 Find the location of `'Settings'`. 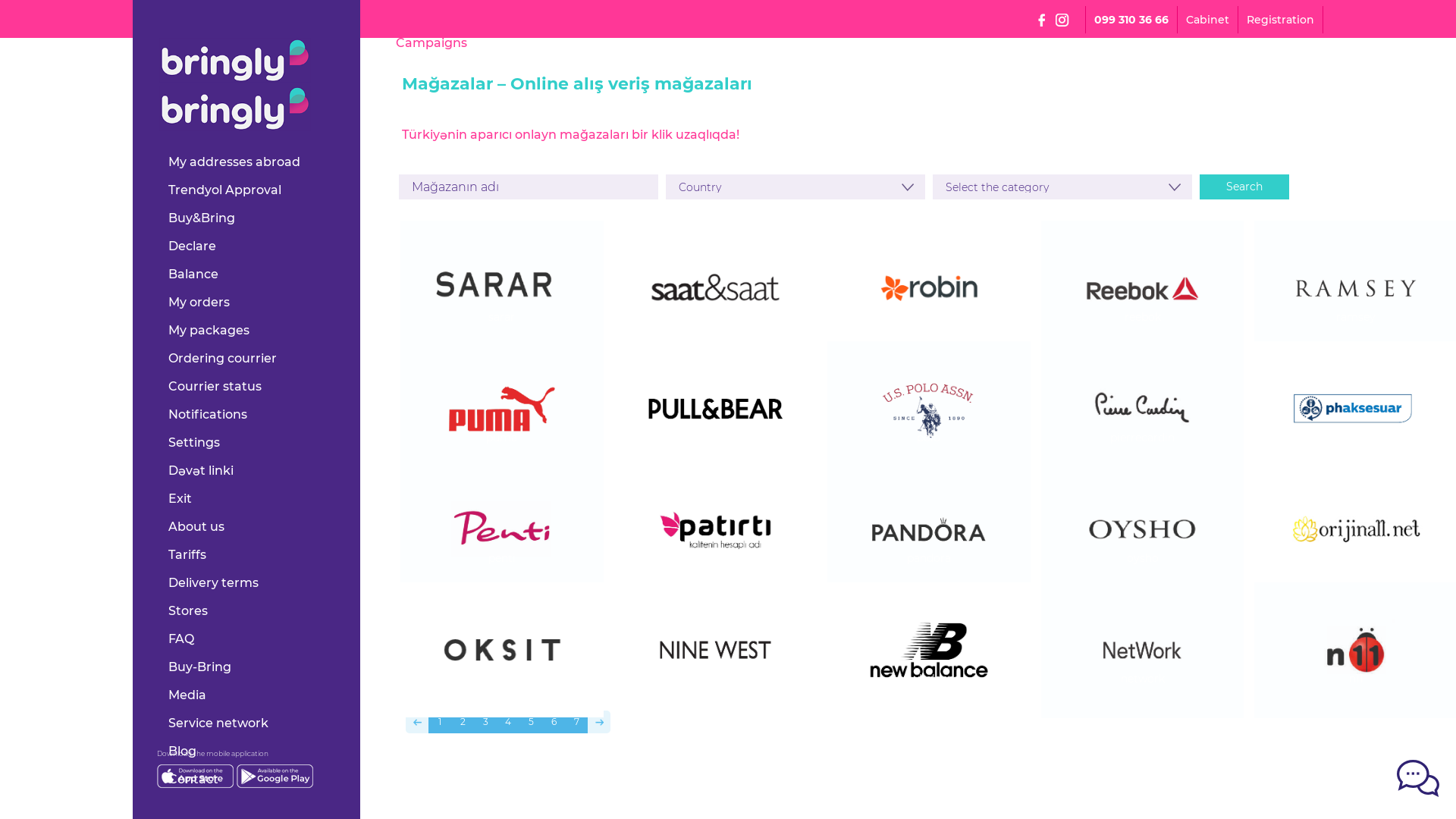

'Settings' is located at coordinates (193, 442).